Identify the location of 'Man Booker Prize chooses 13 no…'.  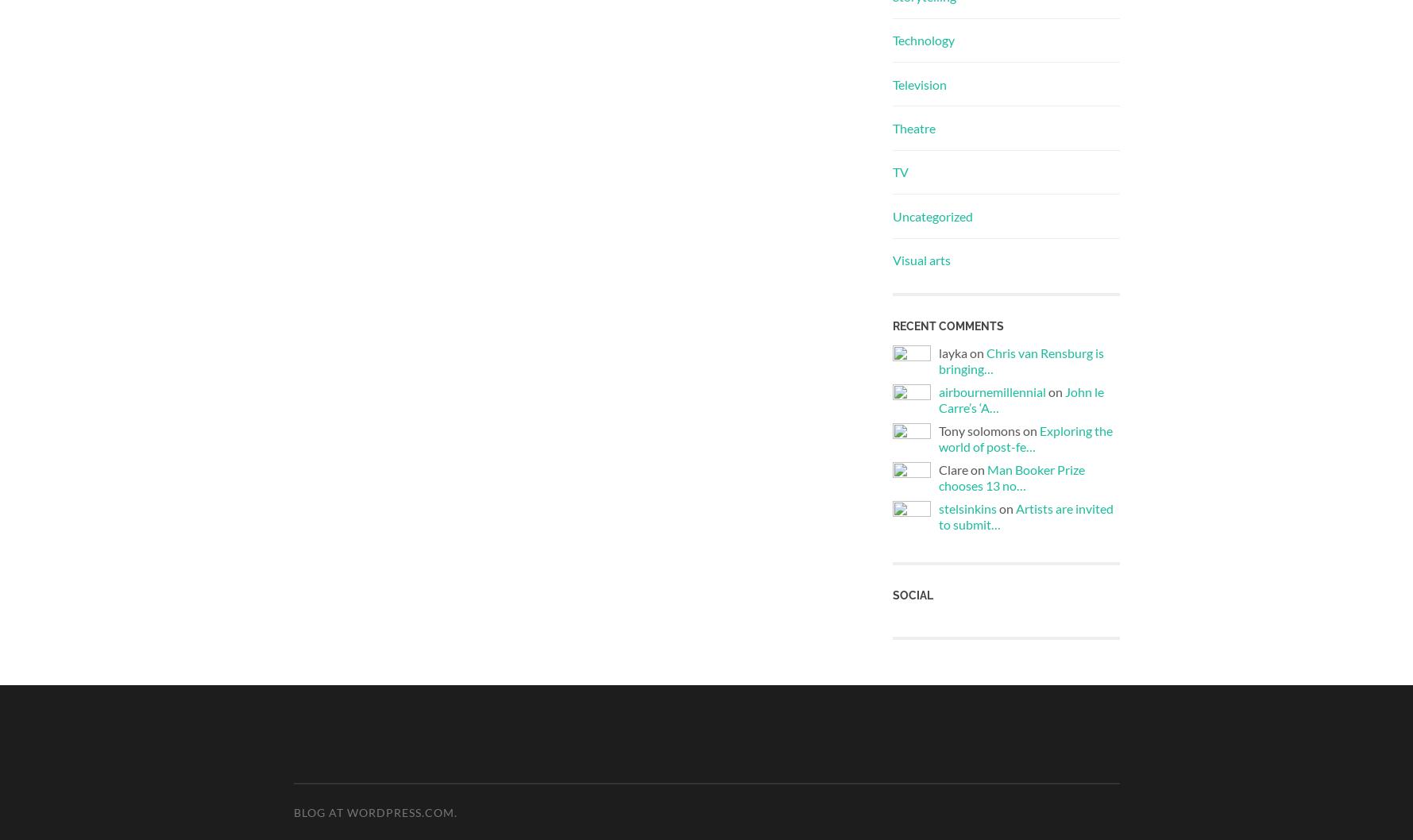
(1011, 477).